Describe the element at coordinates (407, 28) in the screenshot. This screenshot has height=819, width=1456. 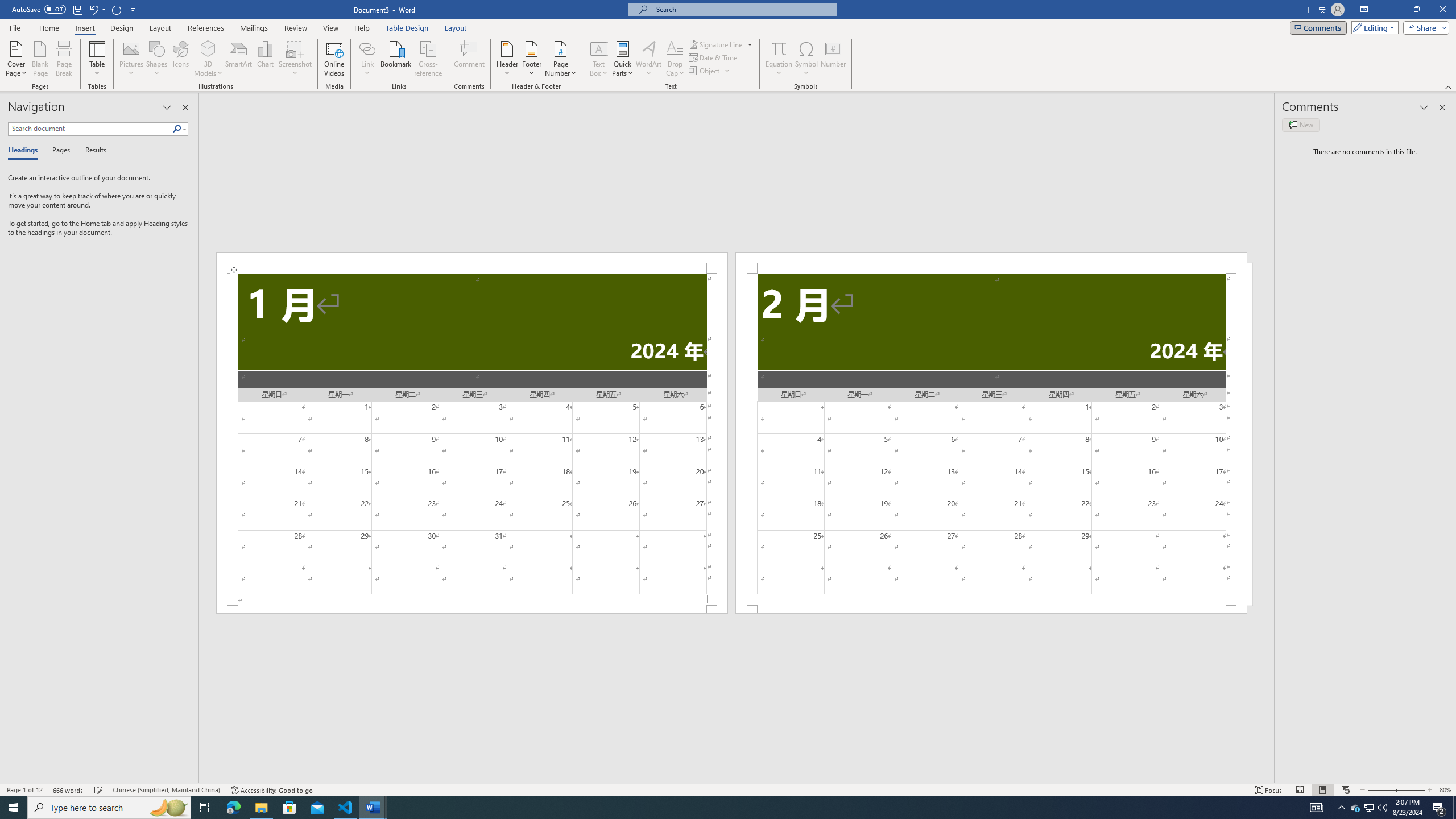
I see `'Table Design'` at that location.